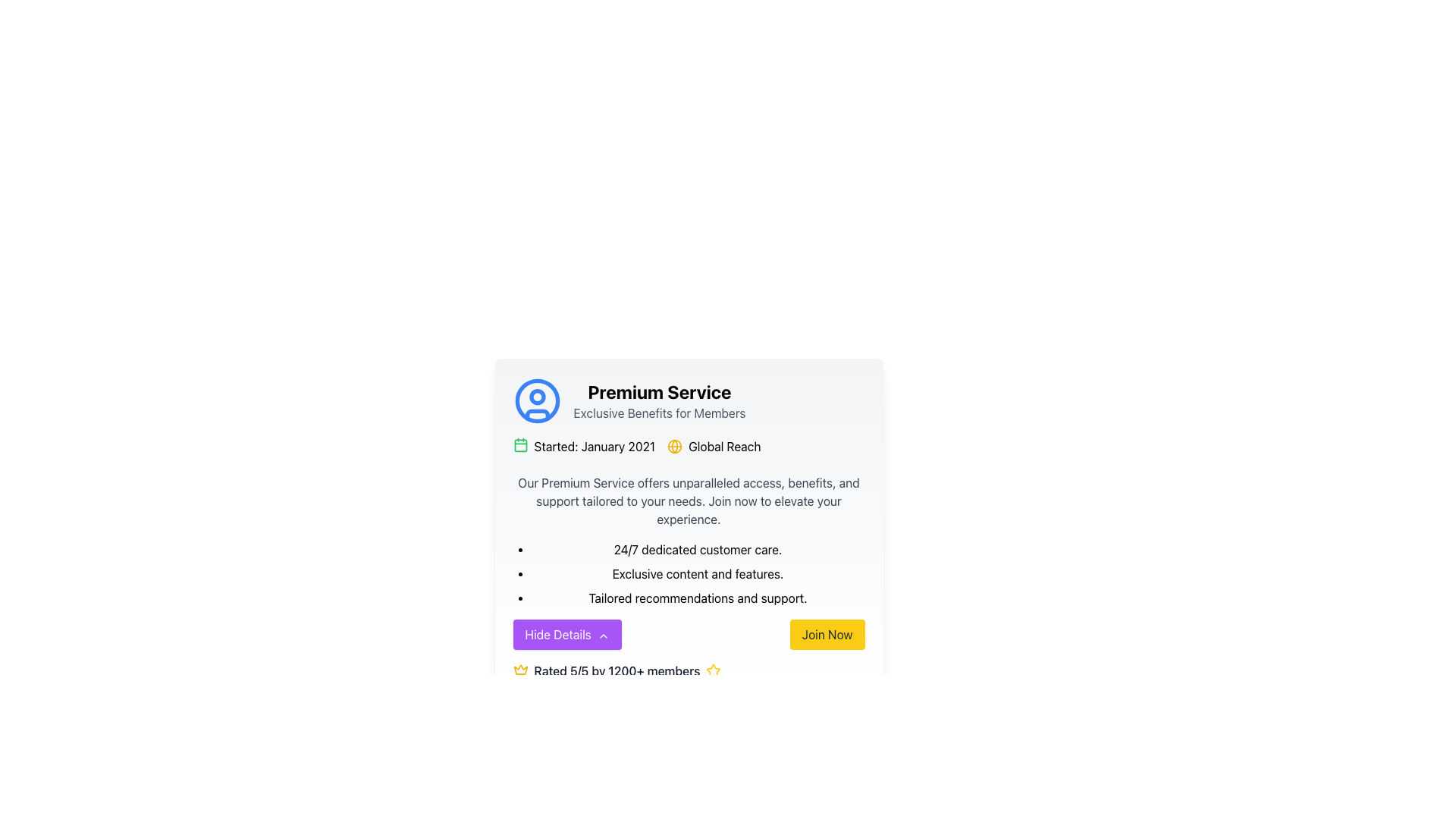  What do you see at coordinates (723, 446) in the screenshot?
I see `text of the label indicating 'Global Reach', which is positioned to the right of a globe icon in the top-right section of the content panel` at bounding box center [723, 446].